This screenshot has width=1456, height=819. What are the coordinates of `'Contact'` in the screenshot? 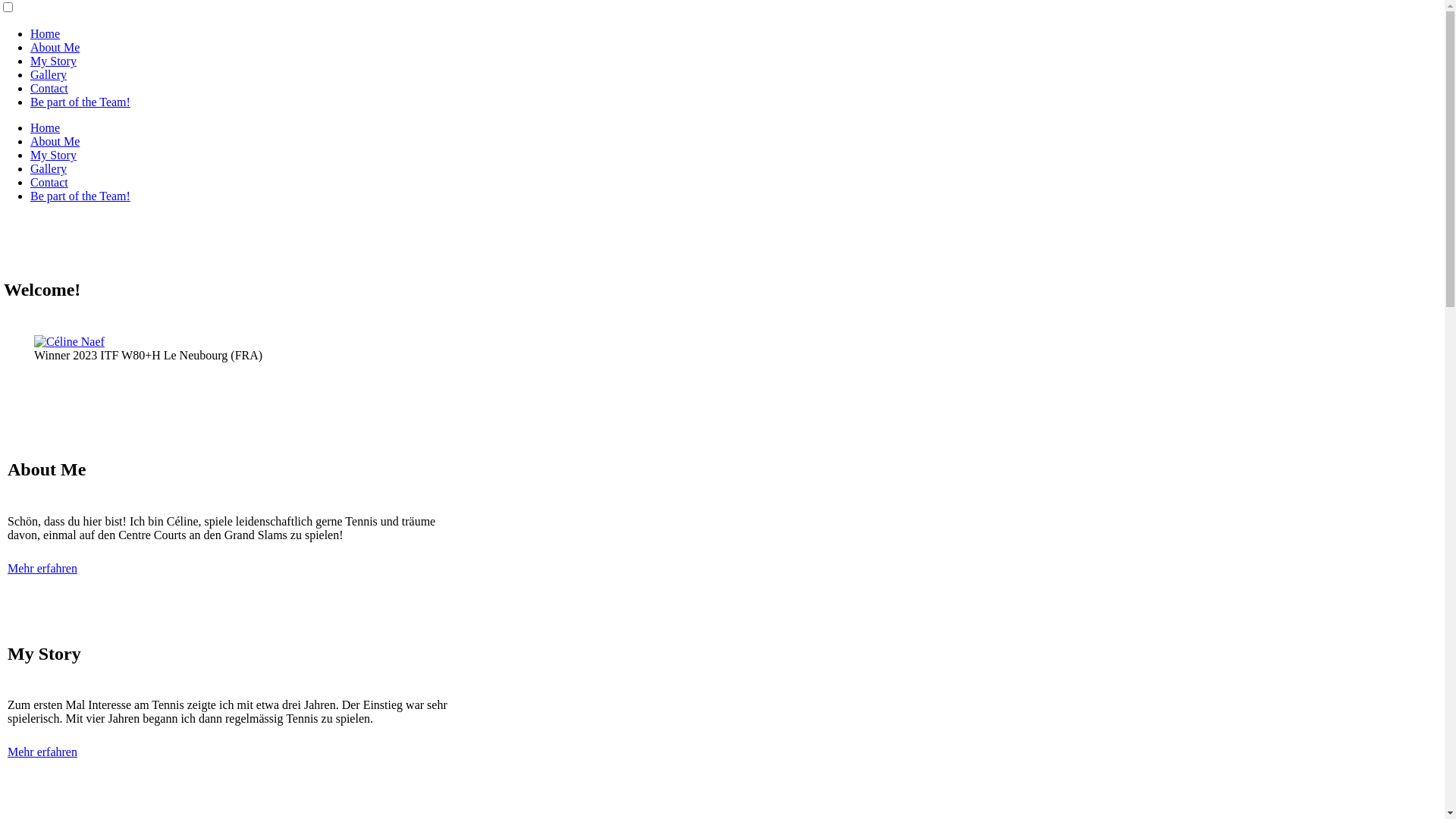 It's located at (49, 181).